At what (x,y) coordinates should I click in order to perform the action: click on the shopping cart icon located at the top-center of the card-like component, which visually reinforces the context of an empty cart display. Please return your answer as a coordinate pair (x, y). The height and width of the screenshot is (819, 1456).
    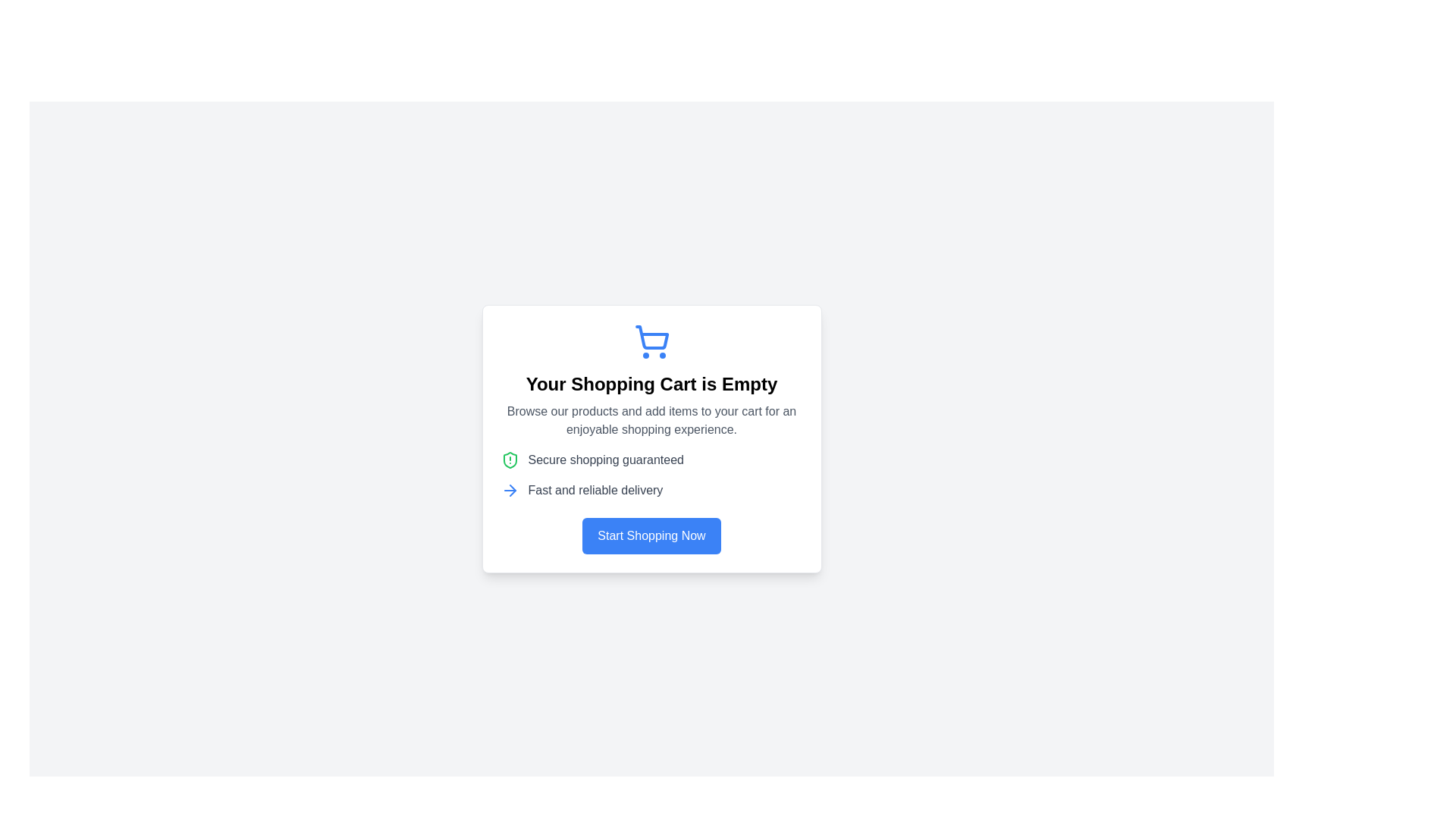
    Looking at the image, I should click on (651, 342).